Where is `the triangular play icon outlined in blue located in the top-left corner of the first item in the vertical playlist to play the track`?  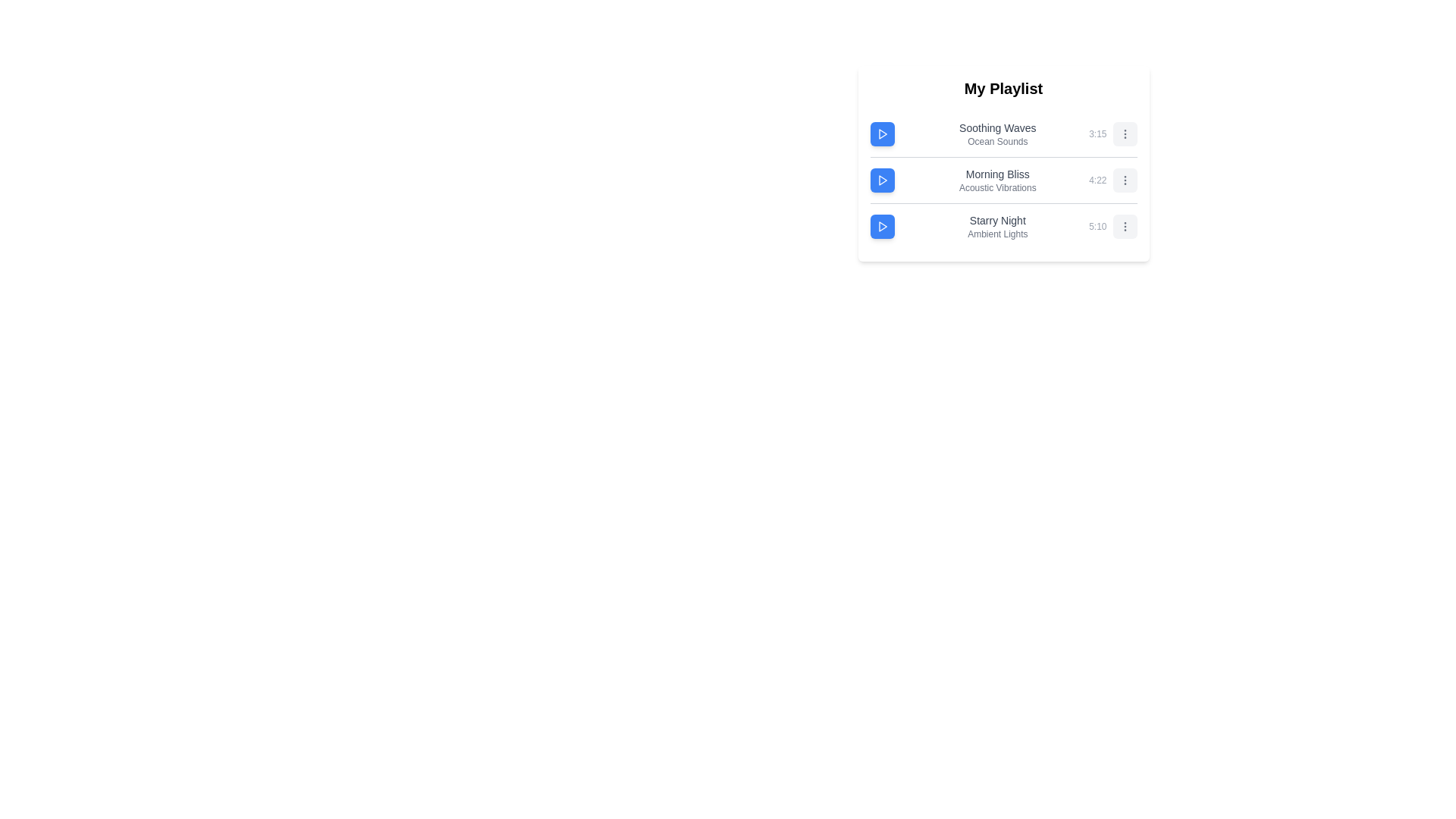 the triangular play icon outlined in blue located in the top-left corner of the first item in the vertical playlist to play the track is located at coordinates (882, 133).